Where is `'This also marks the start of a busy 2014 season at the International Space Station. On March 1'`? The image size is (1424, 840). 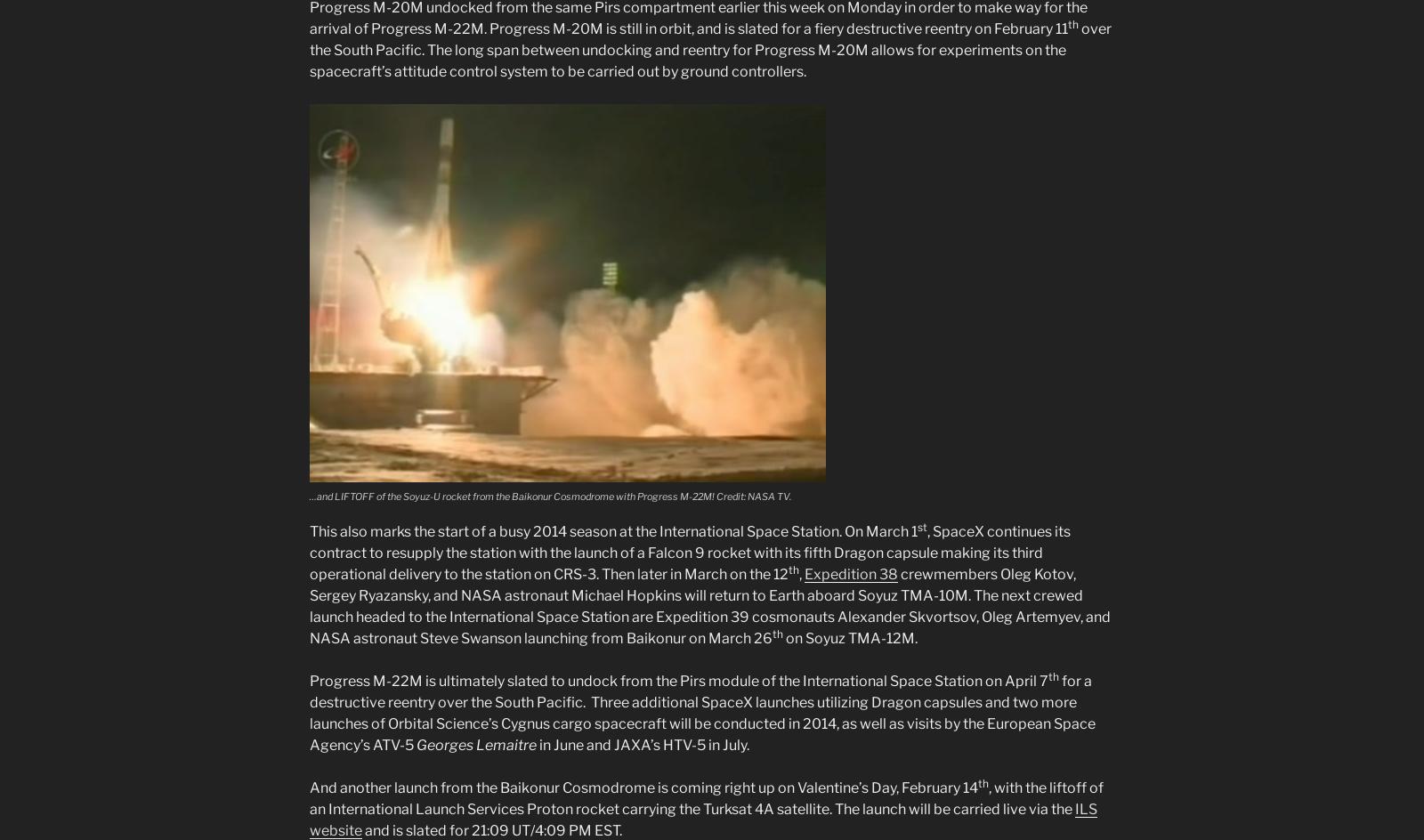 'This also marks the start of a busy 2014 season at the International Space Station. On March 1' is located at coordinates (613, 531).